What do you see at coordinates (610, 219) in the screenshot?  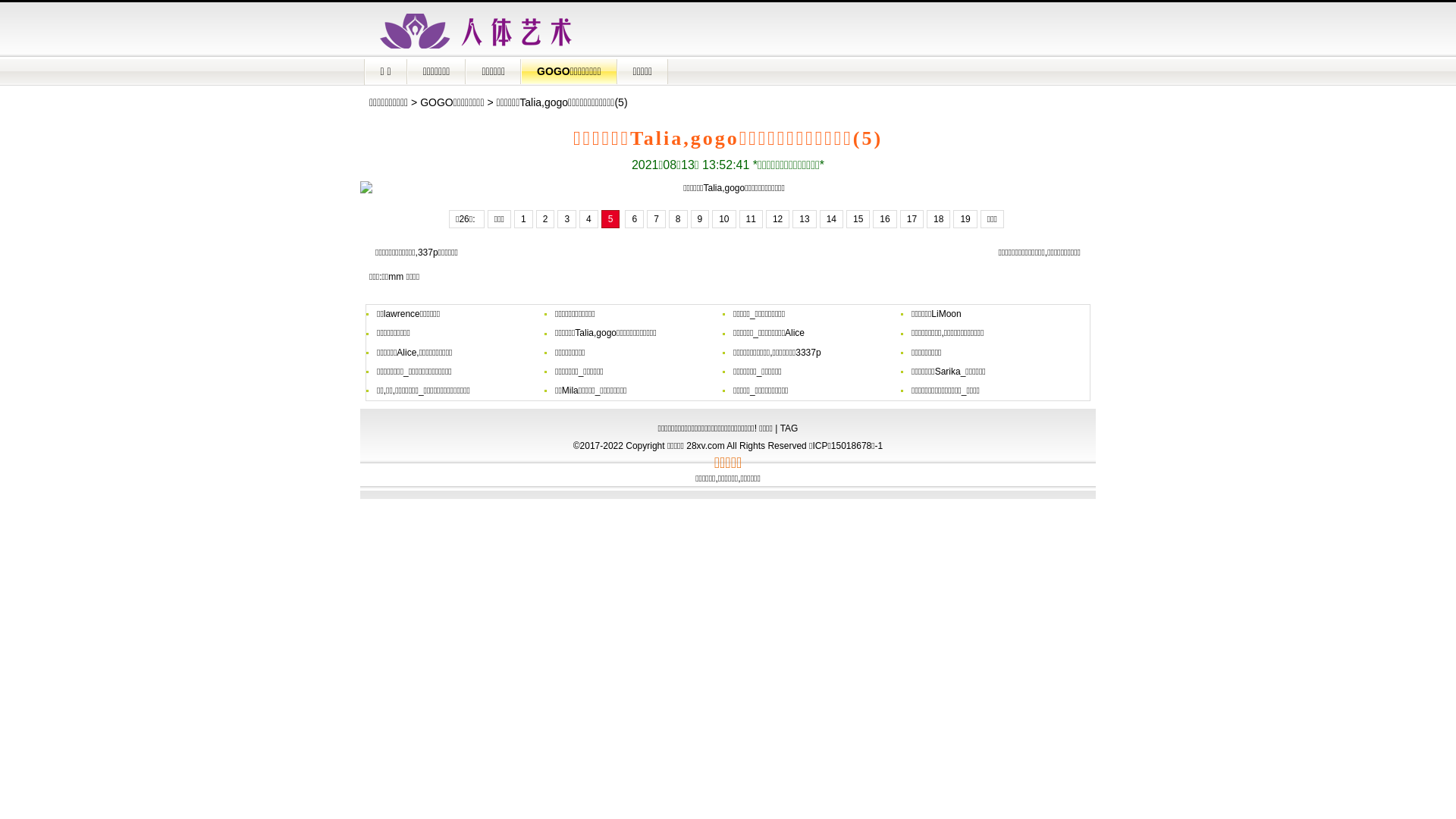 I see `'5'` at bounding box center [610, 219].